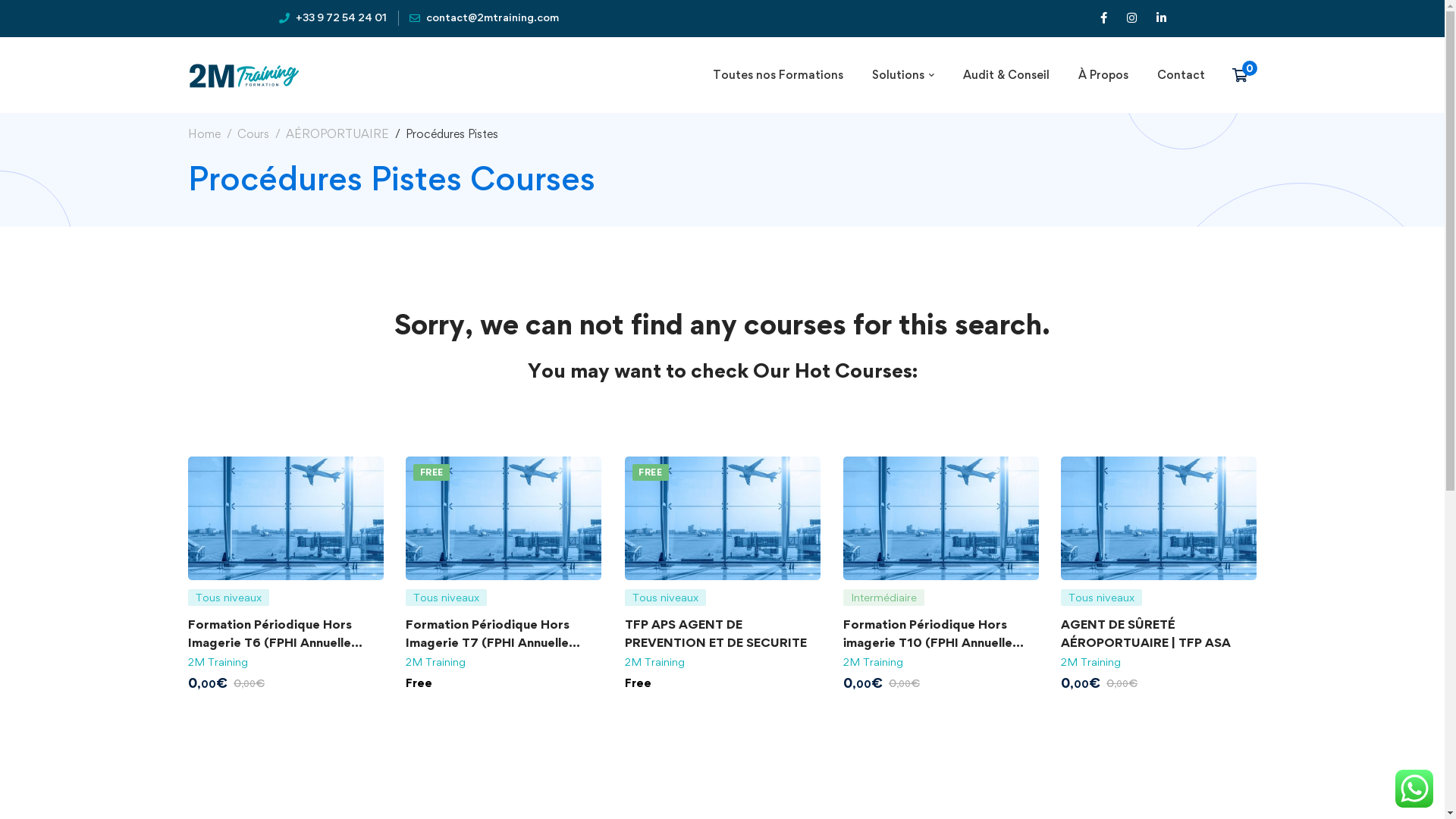  What do you see at coordinates (858, 75) in the screenshot?
I see `'Solutions'` at bounding box center [858, 75].